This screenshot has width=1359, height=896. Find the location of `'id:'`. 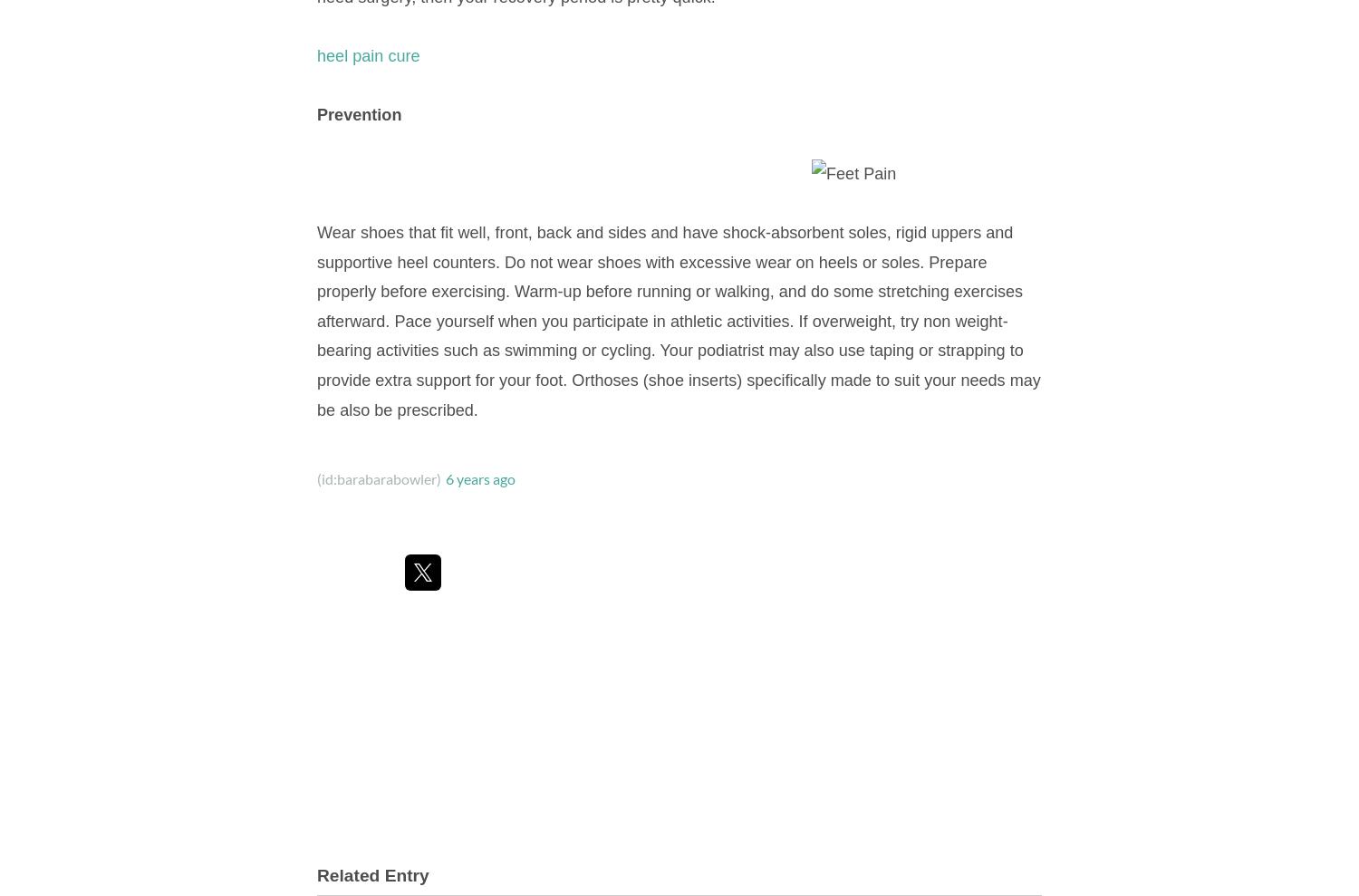

'id:' is located at coordinates (321, 478).